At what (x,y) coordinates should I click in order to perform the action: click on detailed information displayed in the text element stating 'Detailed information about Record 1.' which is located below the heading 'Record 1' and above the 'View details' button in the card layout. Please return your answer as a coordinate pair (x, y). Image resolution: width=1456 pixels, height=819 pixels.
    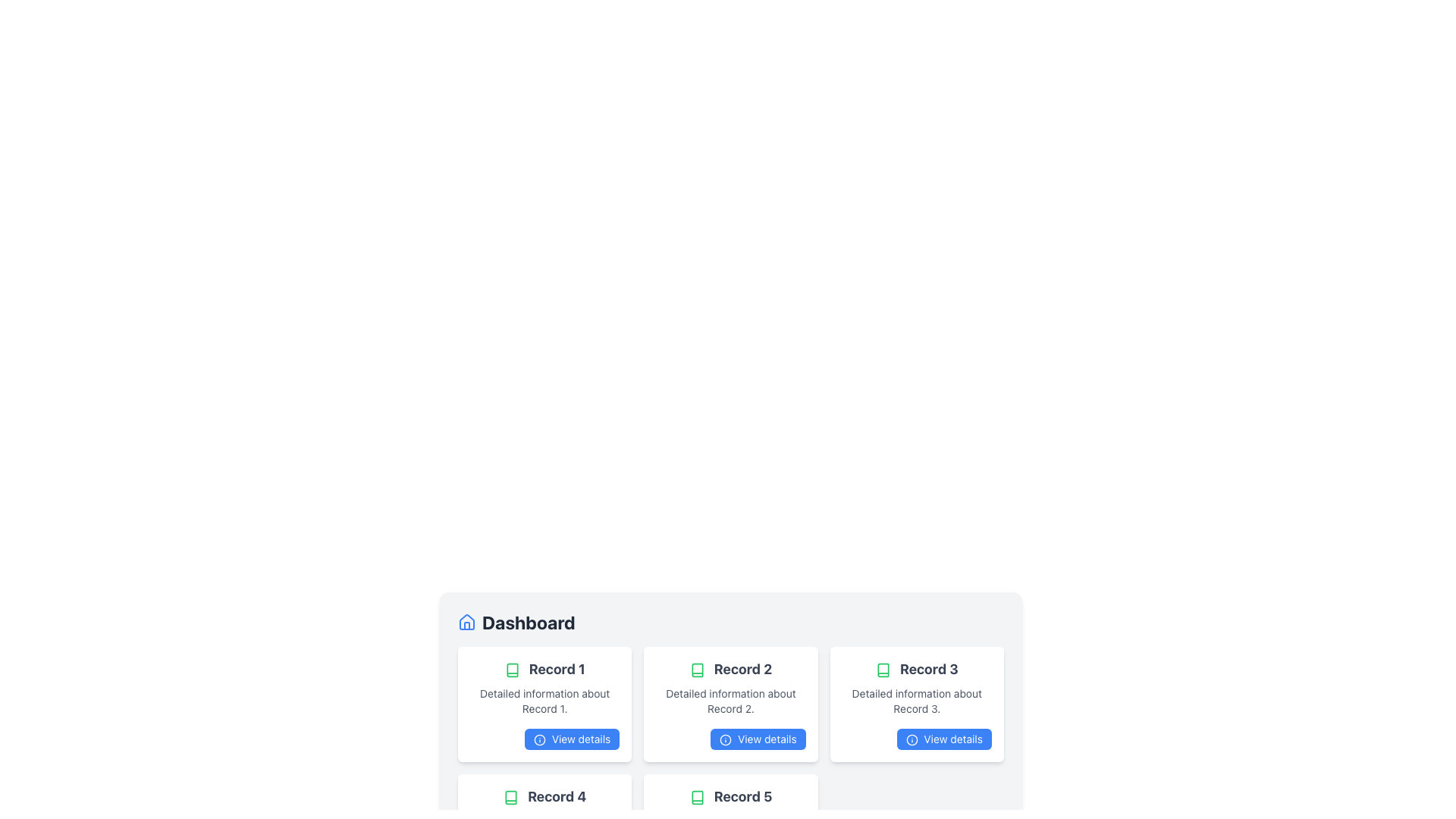
    Looking at the image, I should click on (544, 701).